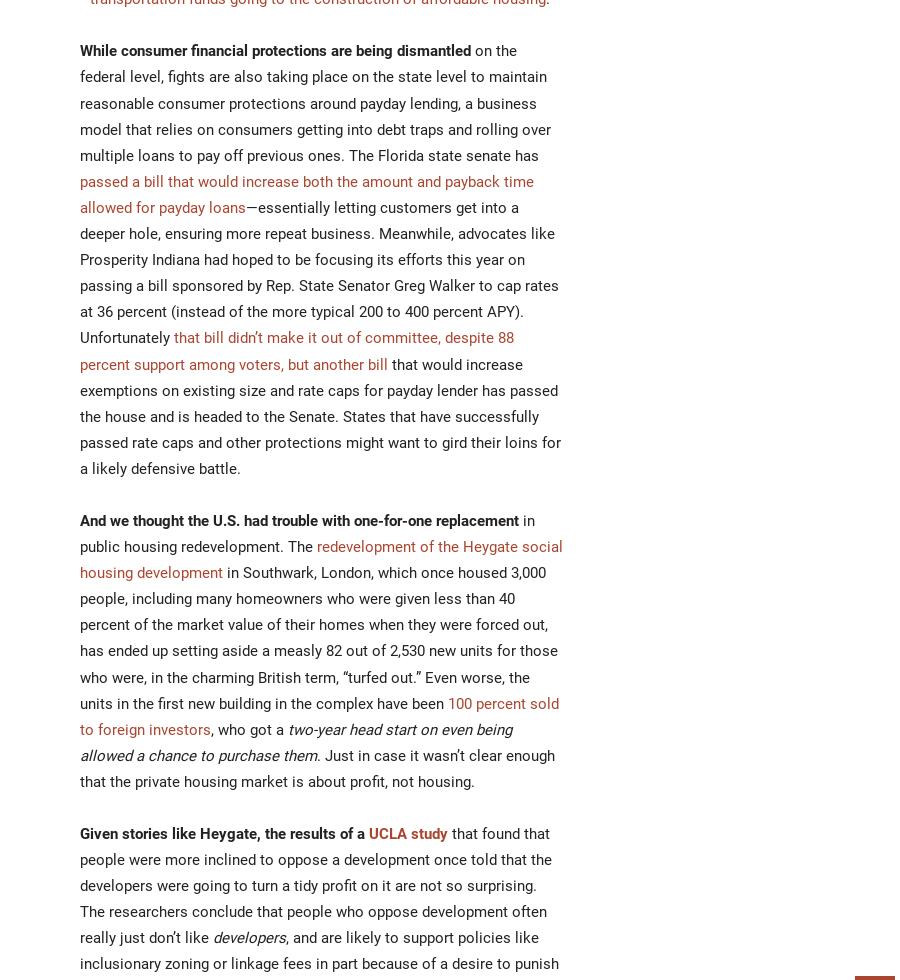 This screenshot has height=980, width=900. I want to click on '. Just in case it wasn’t clear enough that the private housing market is about profit, not housing.', so click(316, 768).